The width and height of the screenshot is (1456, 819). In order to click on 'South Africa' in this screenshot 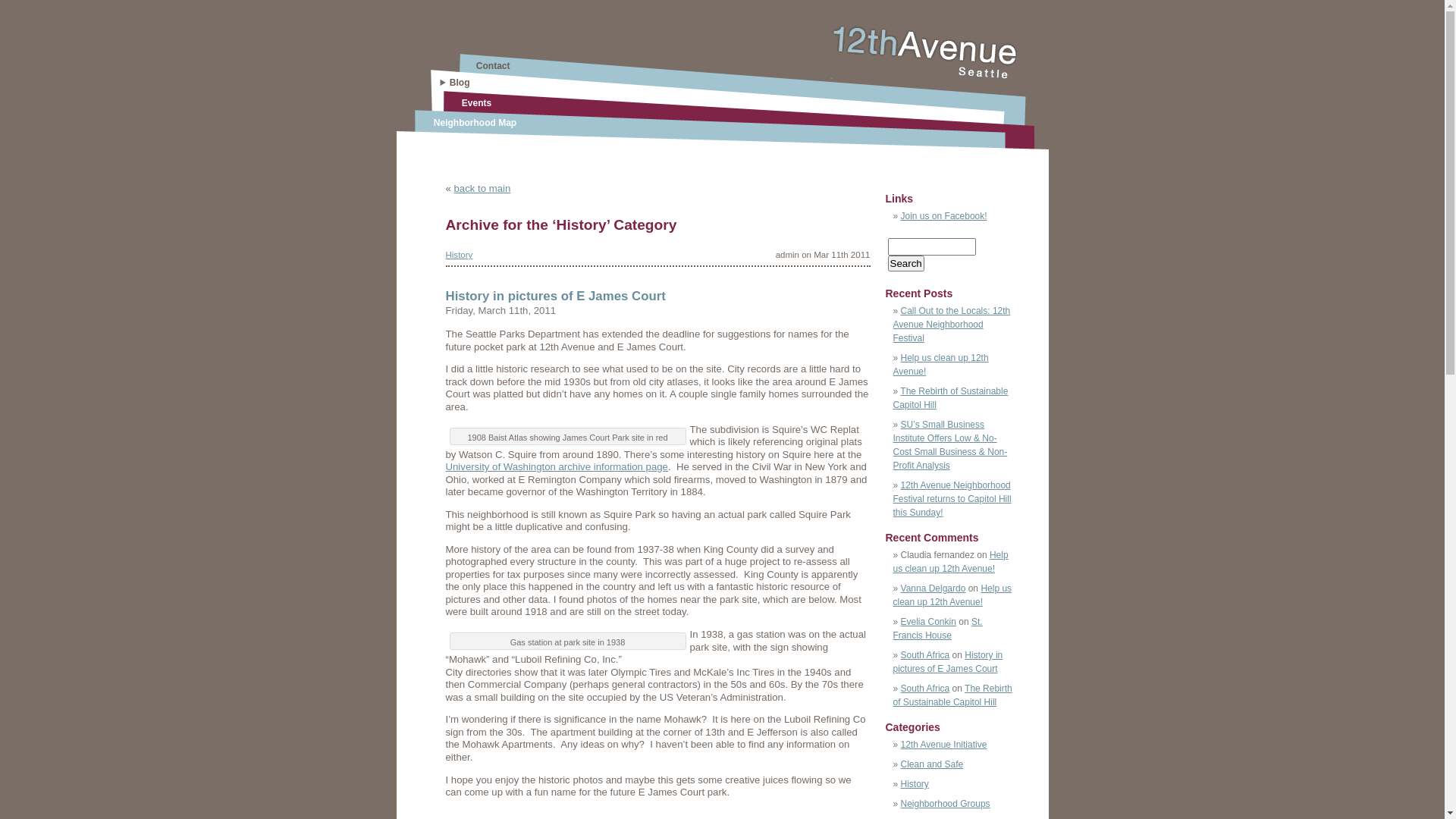, I will do `click(924, 688)`.